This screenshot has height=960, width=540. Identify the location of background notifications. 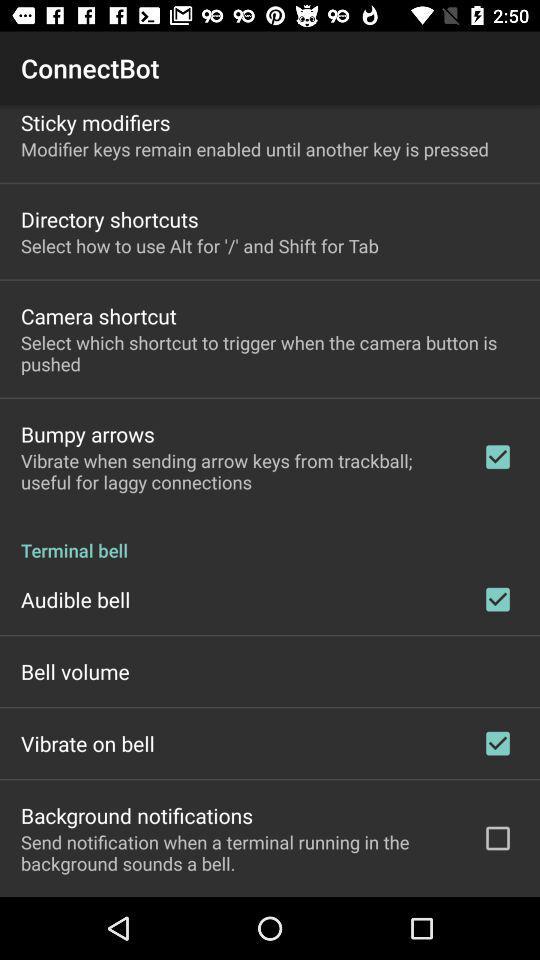
(136, 815).